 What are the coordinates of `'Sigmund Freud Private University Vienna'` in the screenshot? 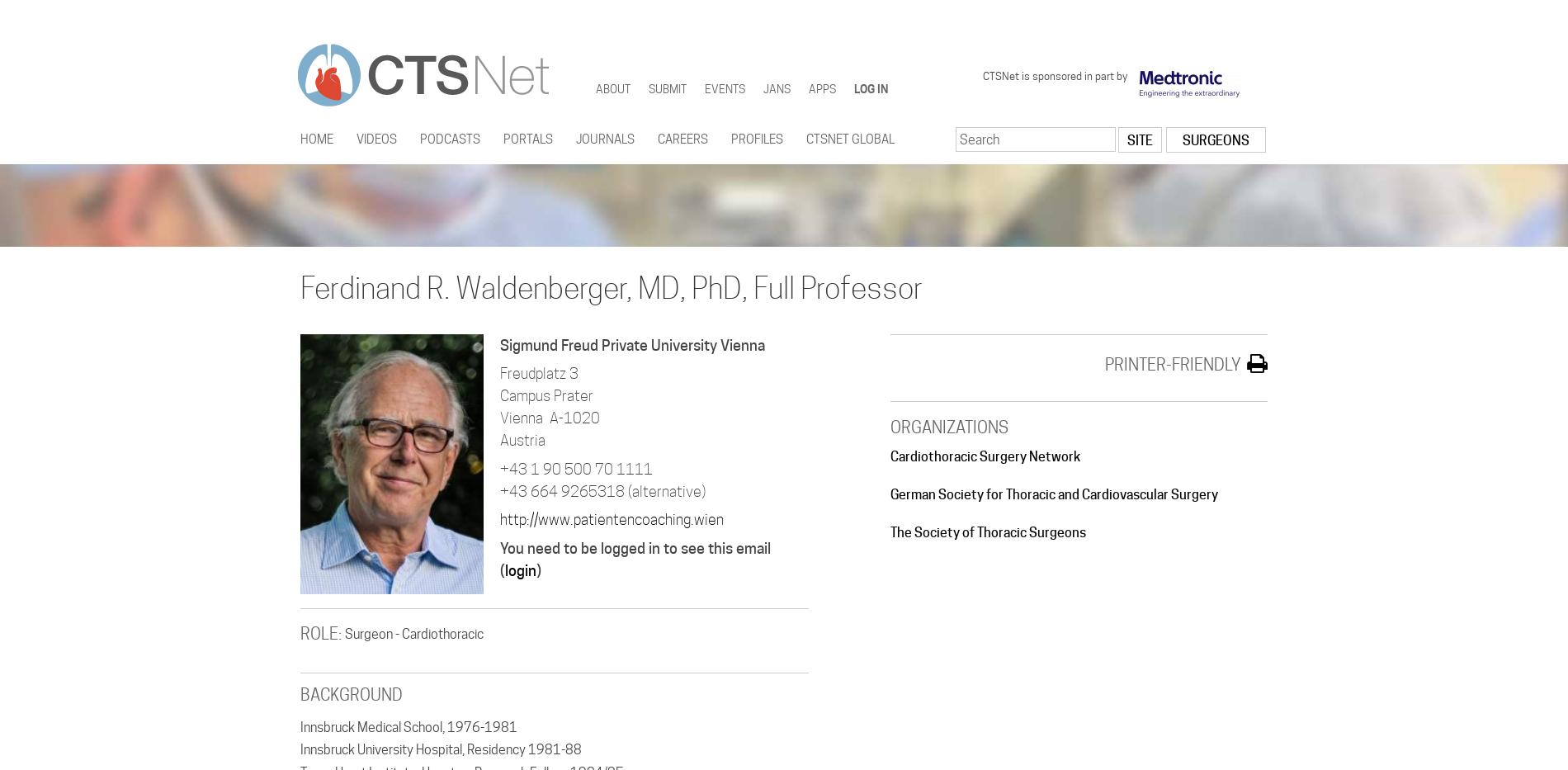 It's located at (631, 343).